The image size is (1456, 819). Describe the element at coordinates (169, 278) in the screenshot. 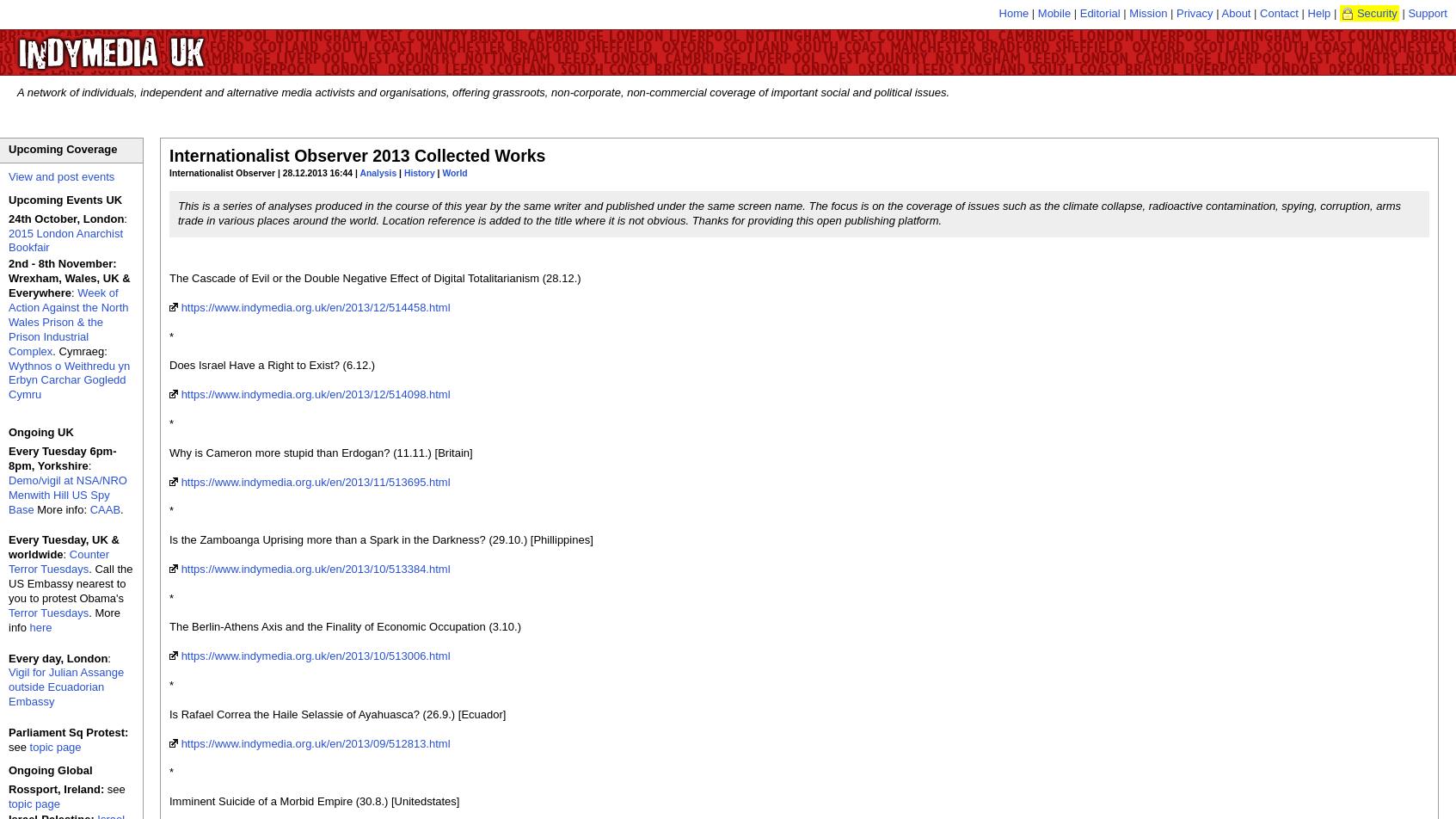

I see `'The Cascade of Evil or the Double Negative Effect of Digital Totalitarianism (28.12.)'` at that location.